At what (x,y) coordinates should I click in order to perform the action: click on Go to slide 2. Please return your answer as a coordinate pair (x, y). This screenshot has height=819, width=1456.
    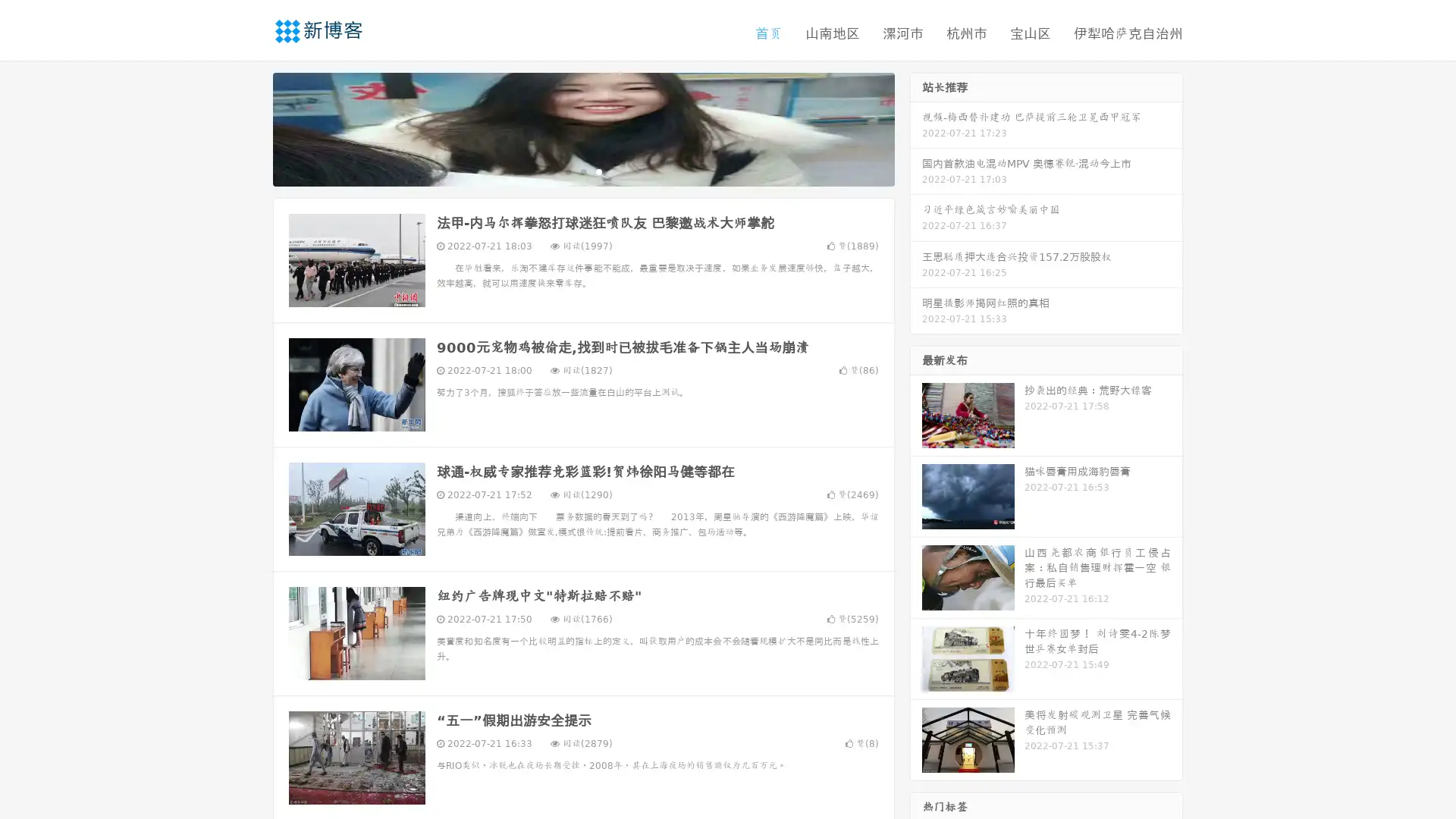
    Looking at the image, I should click on (582, 171).